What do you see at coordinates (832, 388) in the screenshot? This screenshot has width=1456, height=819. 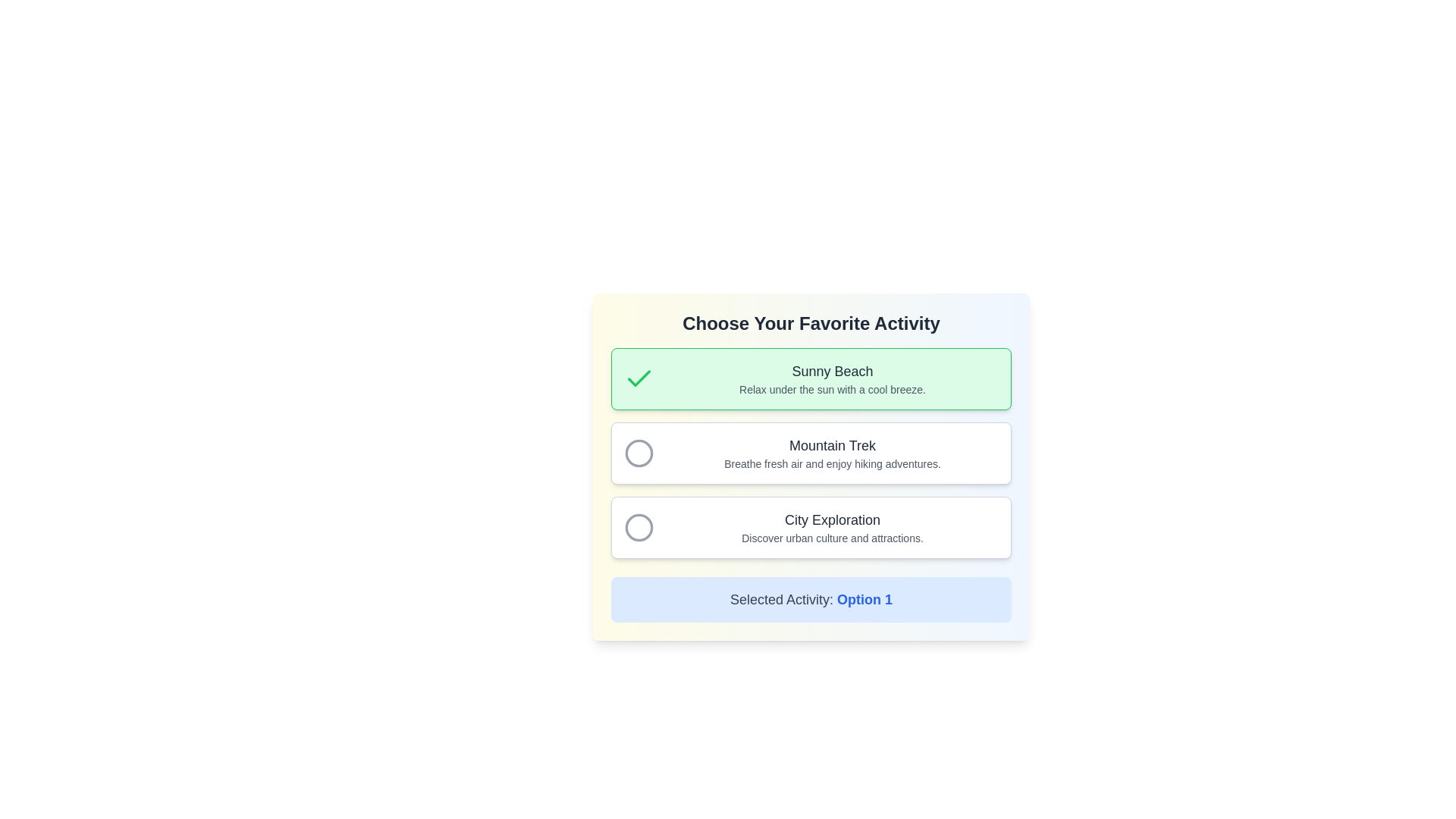 I see `the Text label that provides additional descriptive information about the 'Sunny Beach' option, which is located directly below the title within a highlighted selection box` at bounding box center [832, 388].